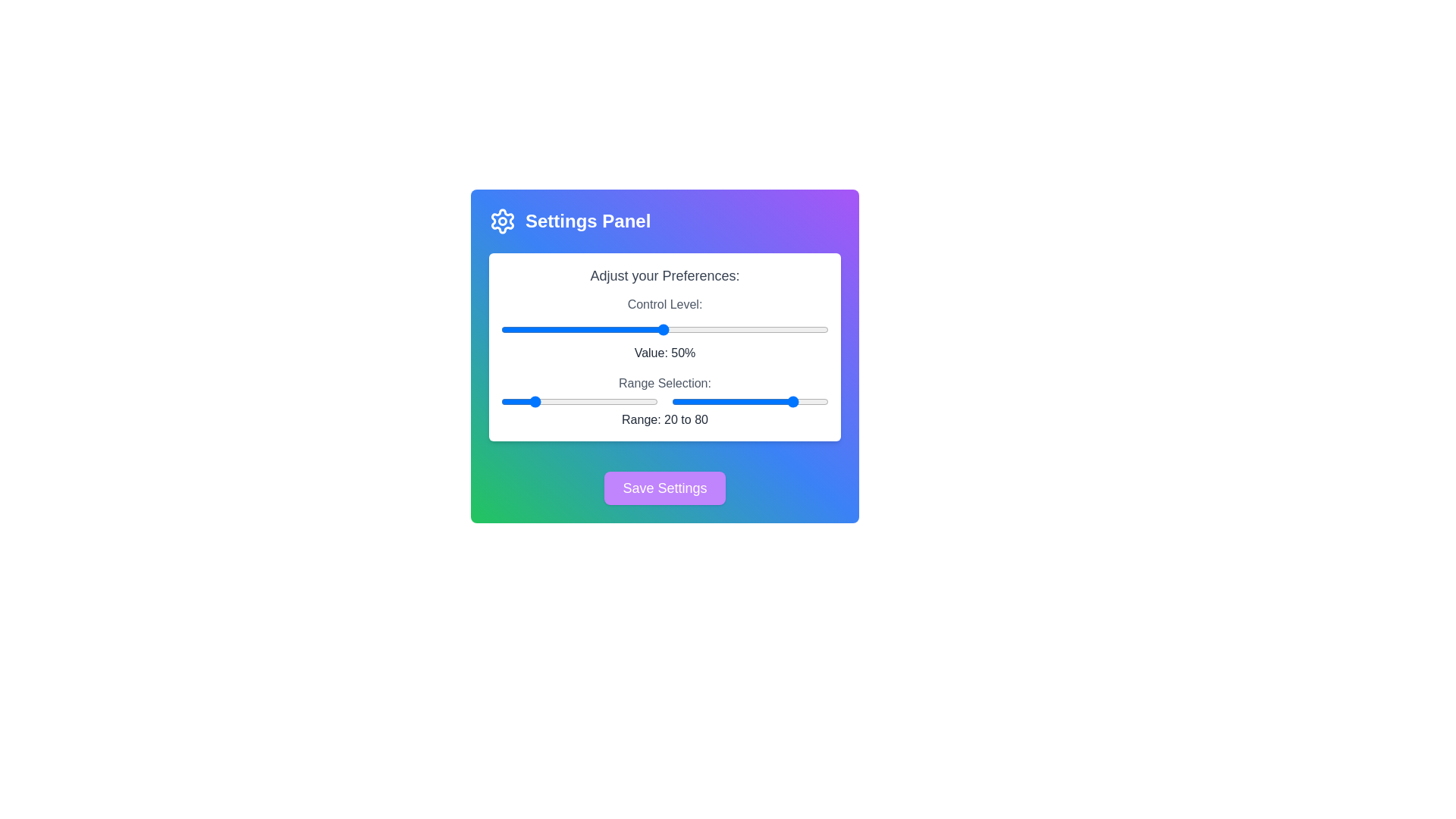  Describe the element at coordinates (583, 329) in the screenshot. I see `the slider value` at that location.